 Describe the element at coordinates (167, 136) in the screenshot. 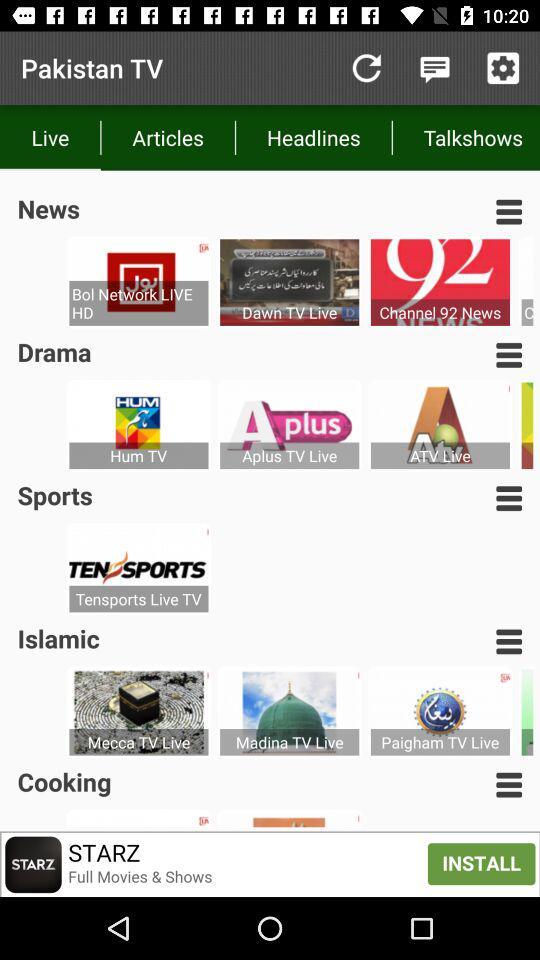

I see `articles item` at that location.